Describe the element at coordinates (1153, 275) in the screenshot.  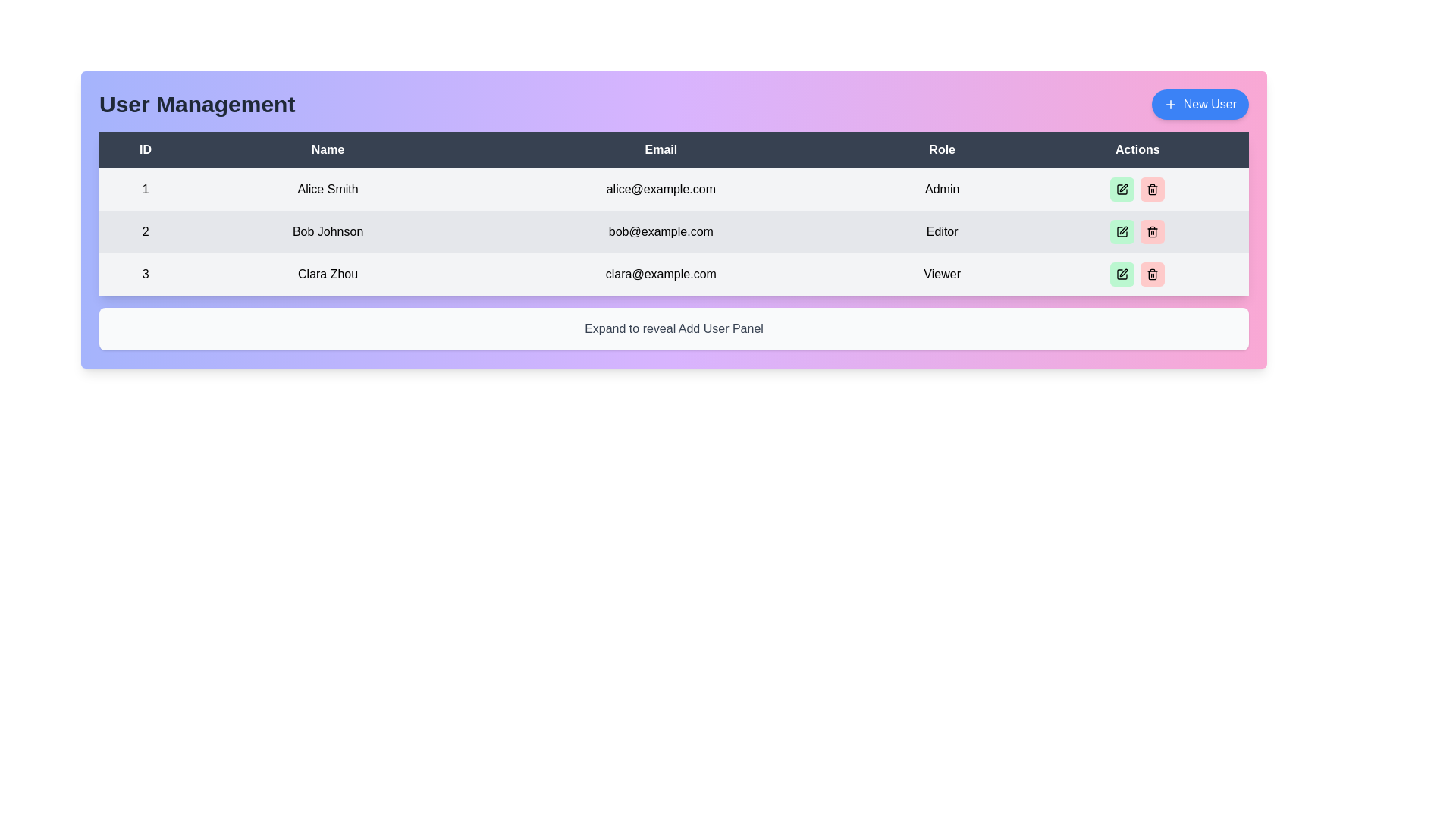
I see `the delete button located` at that location.